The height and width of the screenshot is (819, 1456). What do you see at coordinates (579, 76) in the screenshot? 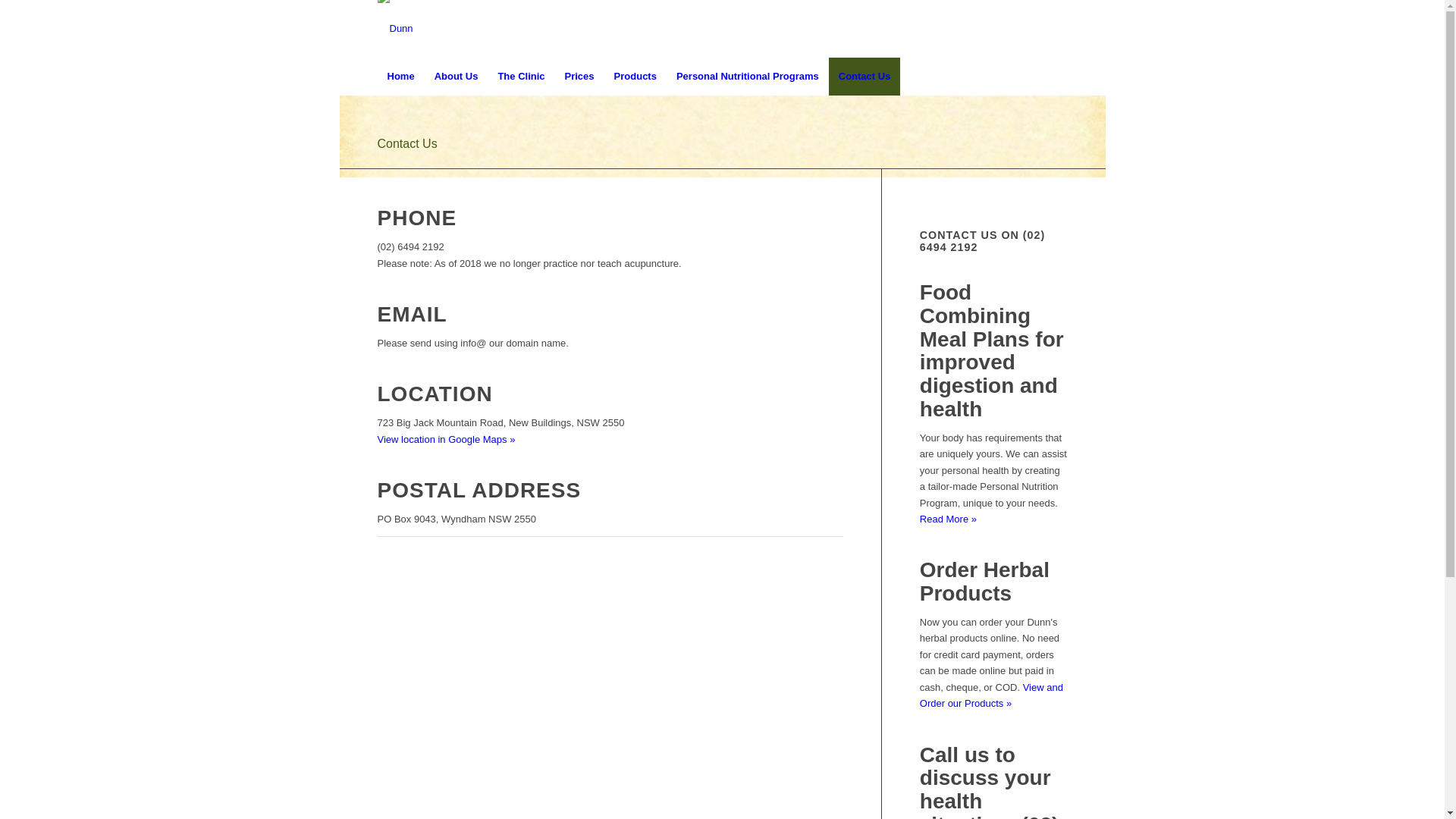
I see `'Prices'` at bounding box center [579, 76].